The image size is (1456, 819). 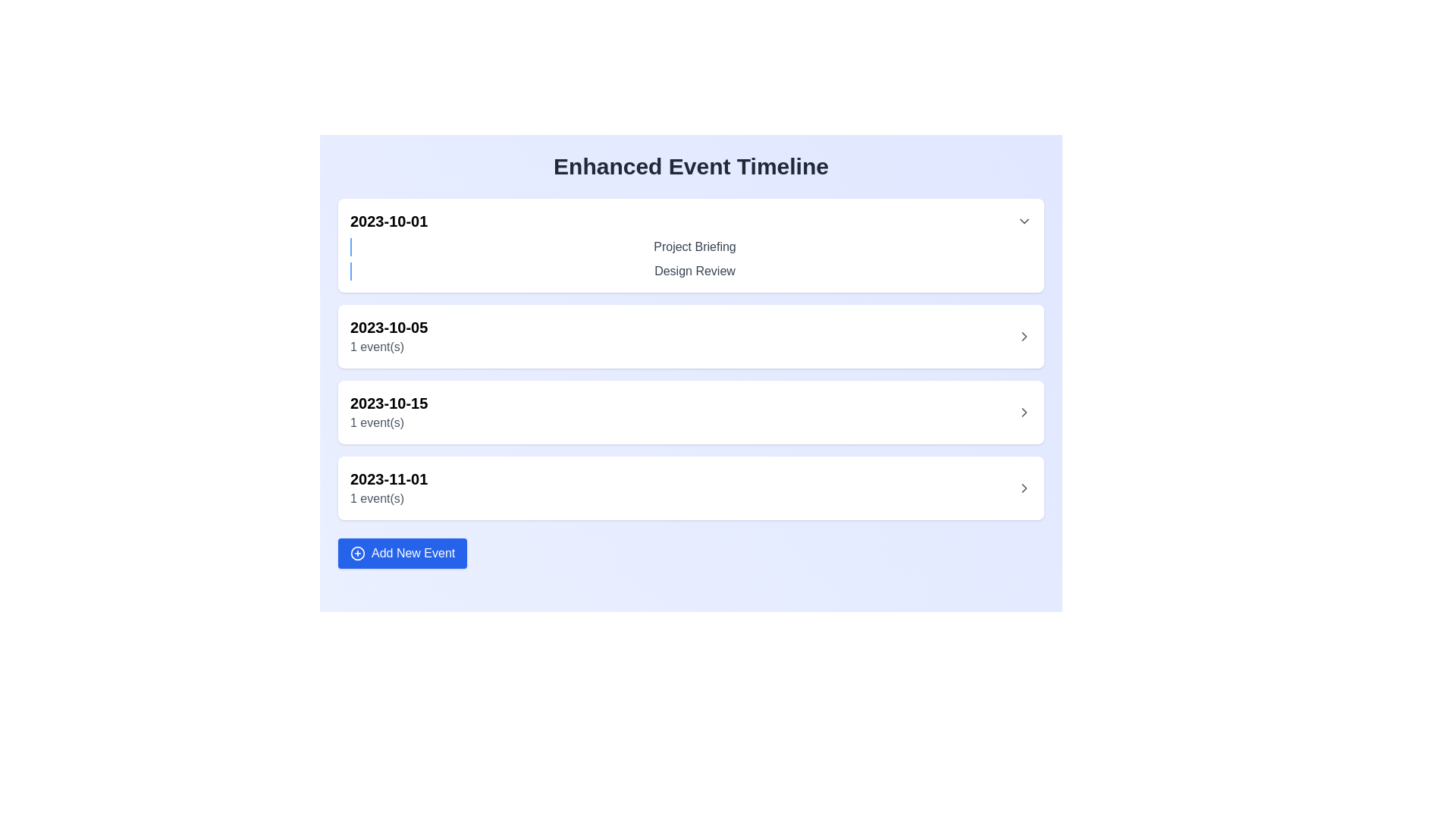 I want to click on the text label displaying 'Project Briefing' in gray font, which is positioned in the timeline layout under the date '2023-10-01', so click(x=694, y=246).